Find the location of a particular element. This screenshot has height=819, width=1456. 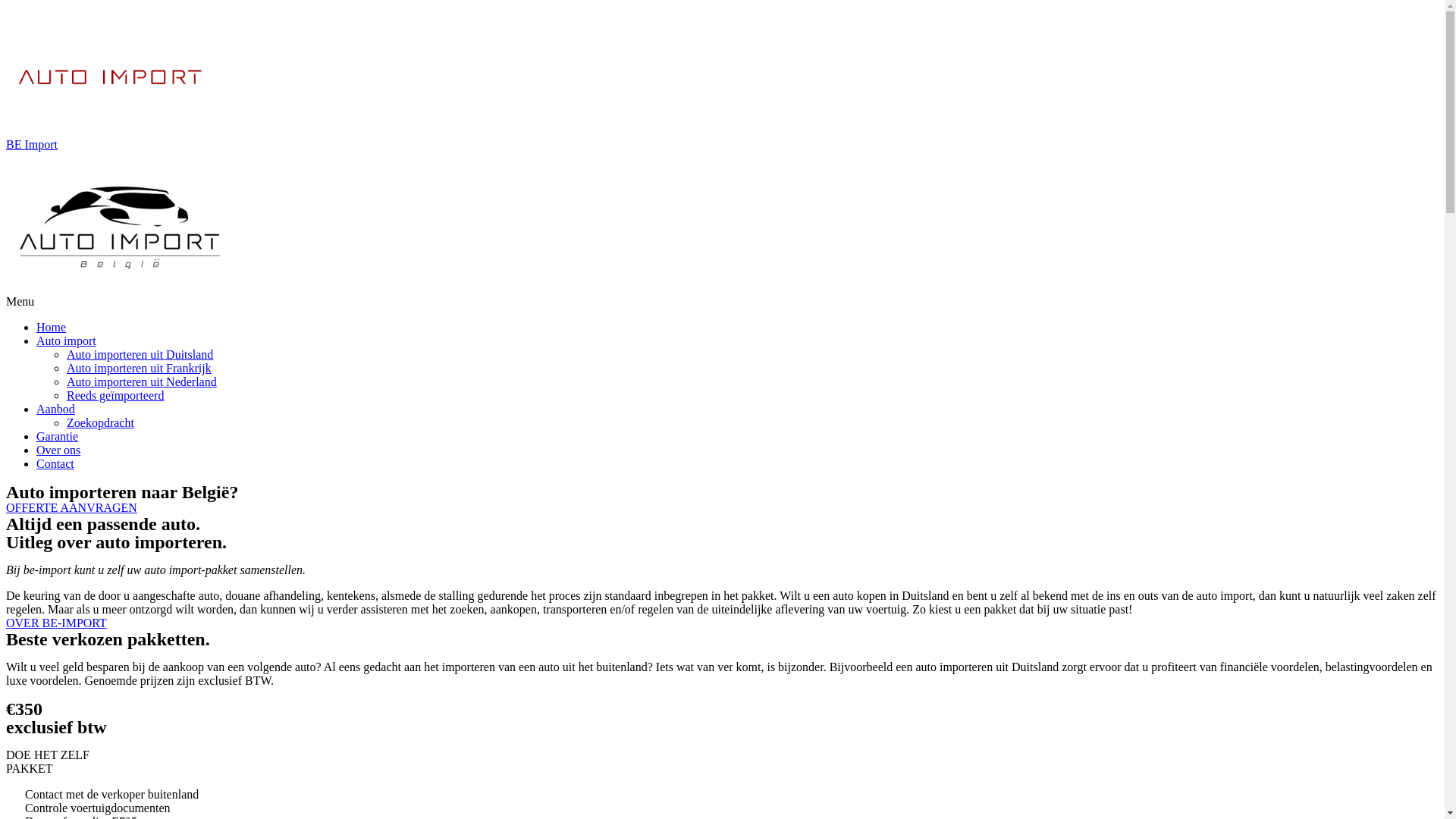

'Auto importeren uit Frankrijk' is located at coordinates (139, 368).